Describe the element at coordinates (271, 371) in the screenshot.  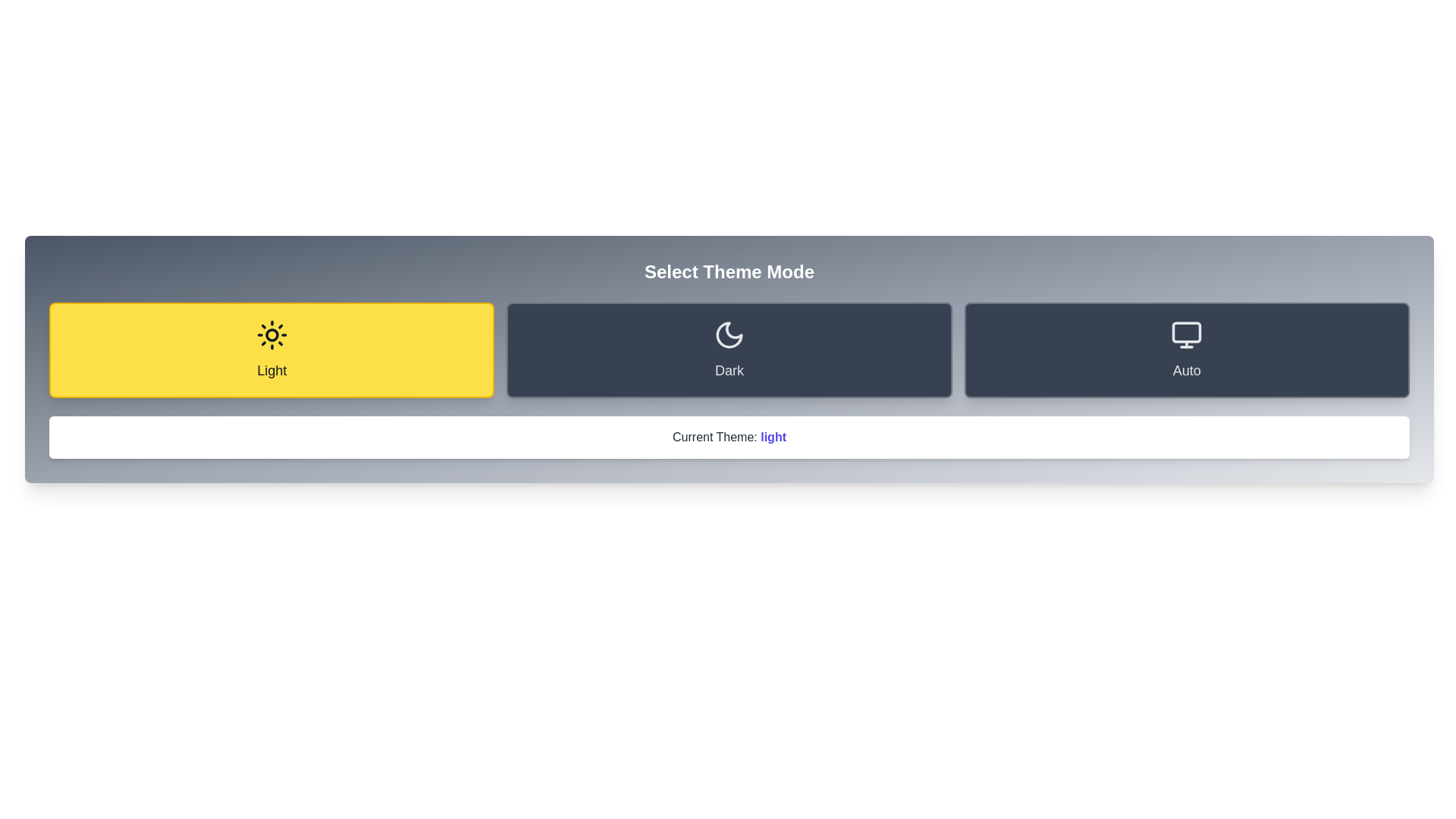
I see `the Text Label that describes the 'Light' theme, positioned at the bottom center of the leftmost card beneath a sun icon` at that location.